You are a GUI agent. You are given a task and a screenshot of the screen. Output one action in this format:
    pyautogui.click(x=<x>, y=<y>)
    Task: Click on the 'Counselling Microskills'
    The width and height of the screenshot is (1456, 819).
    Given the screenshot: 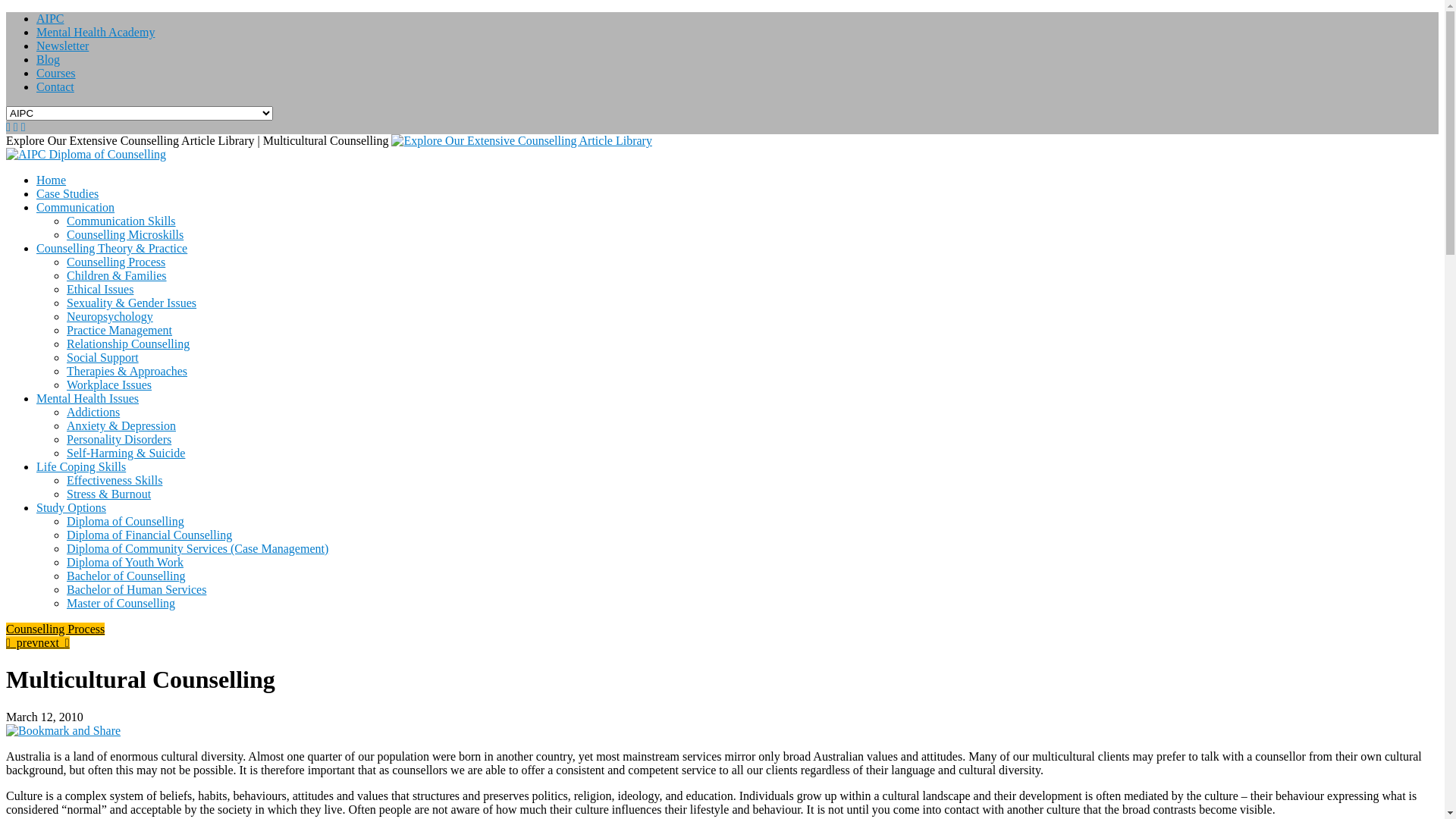 What is the action you would take?
    pyautogui.click(x=124, y=234)
    